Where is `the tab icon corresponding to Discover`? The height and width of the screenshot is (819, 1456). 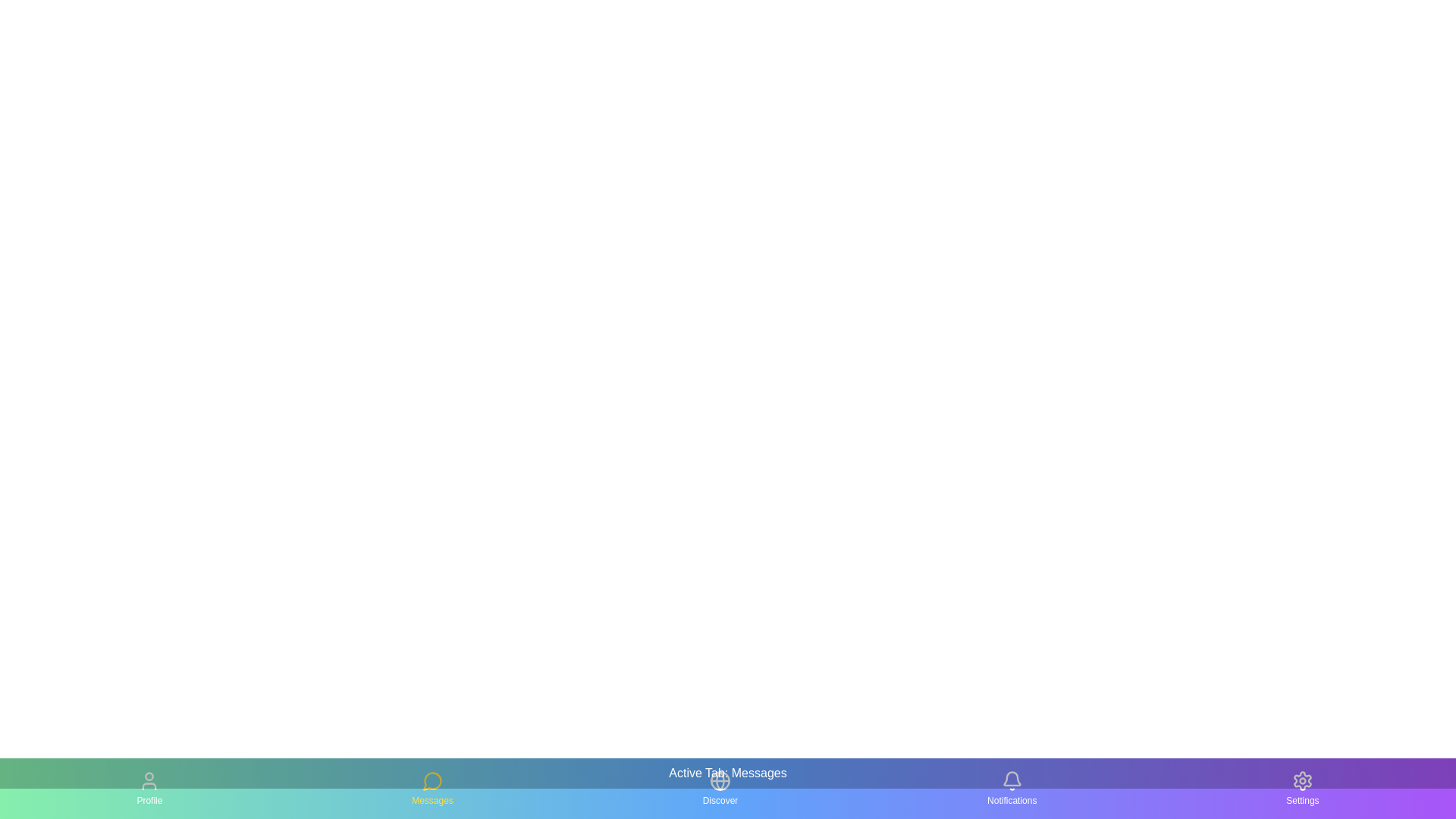
the tab icon corresponding to Discover is located at coordinates (720, 788).